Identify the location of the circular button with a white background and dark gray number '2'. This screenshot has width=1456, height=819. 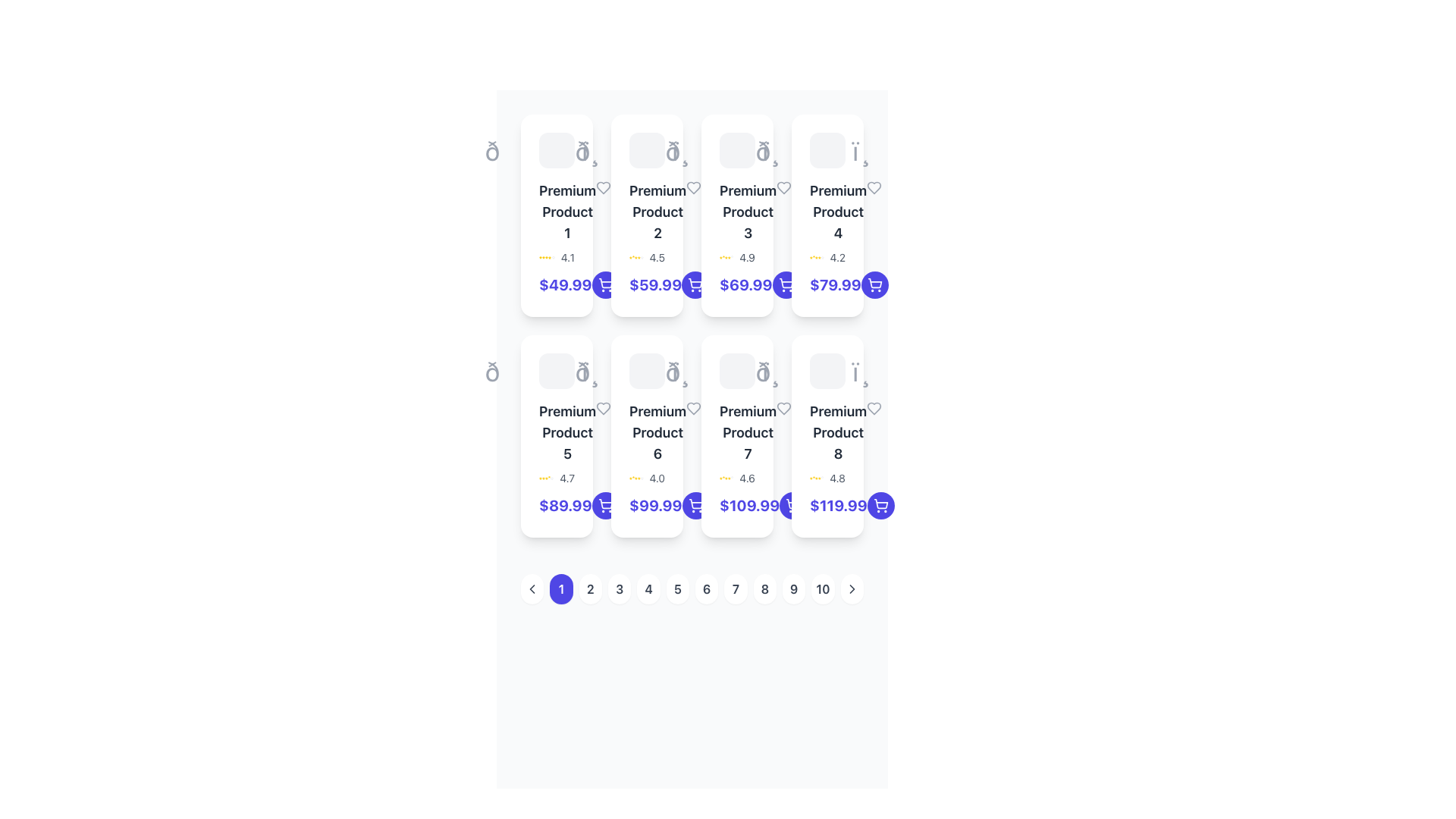
(589, 588).